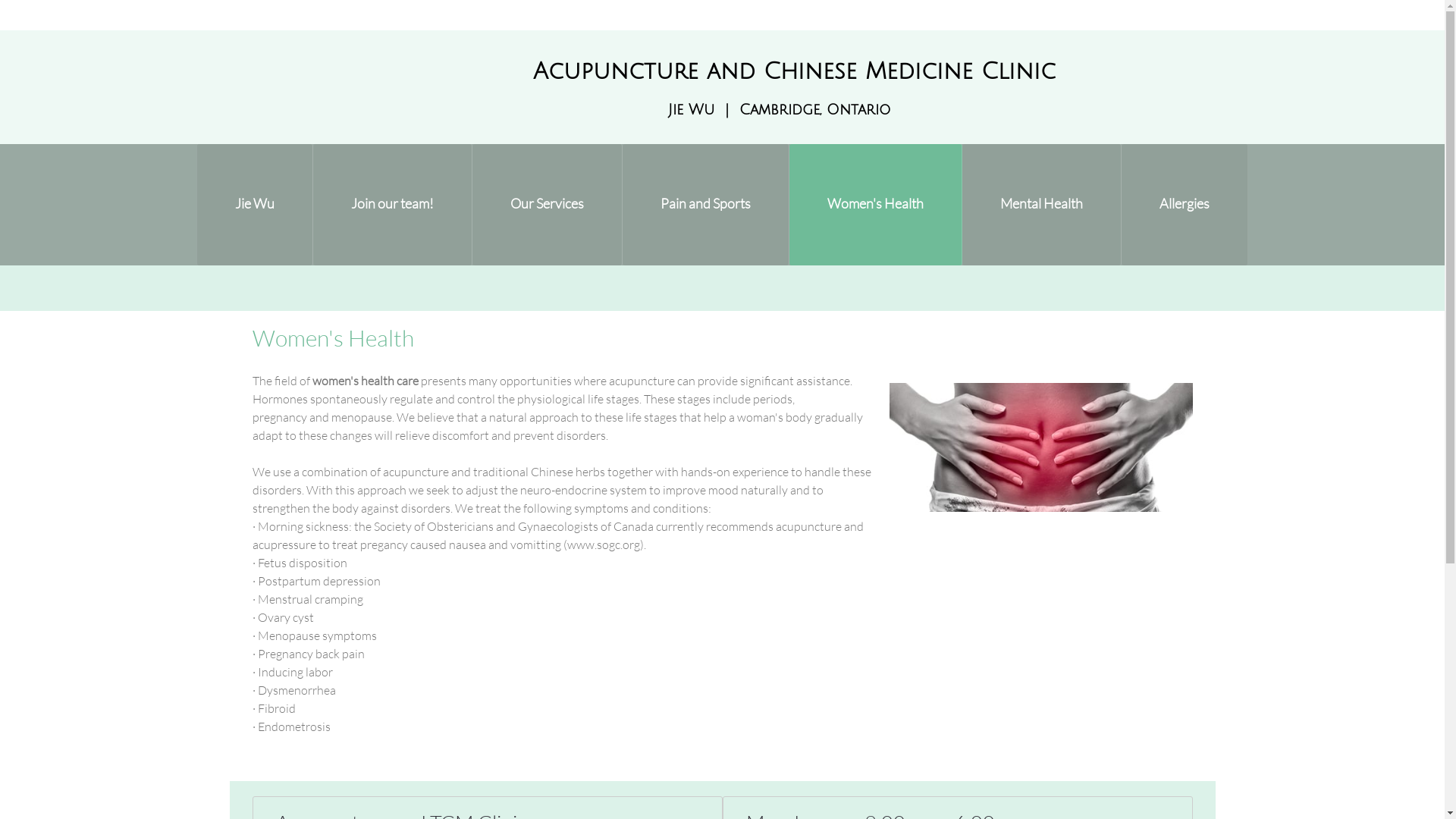  Describe the element at coordinates (961, 205) in the screenshot. I see `'Mental Health'` at that location.